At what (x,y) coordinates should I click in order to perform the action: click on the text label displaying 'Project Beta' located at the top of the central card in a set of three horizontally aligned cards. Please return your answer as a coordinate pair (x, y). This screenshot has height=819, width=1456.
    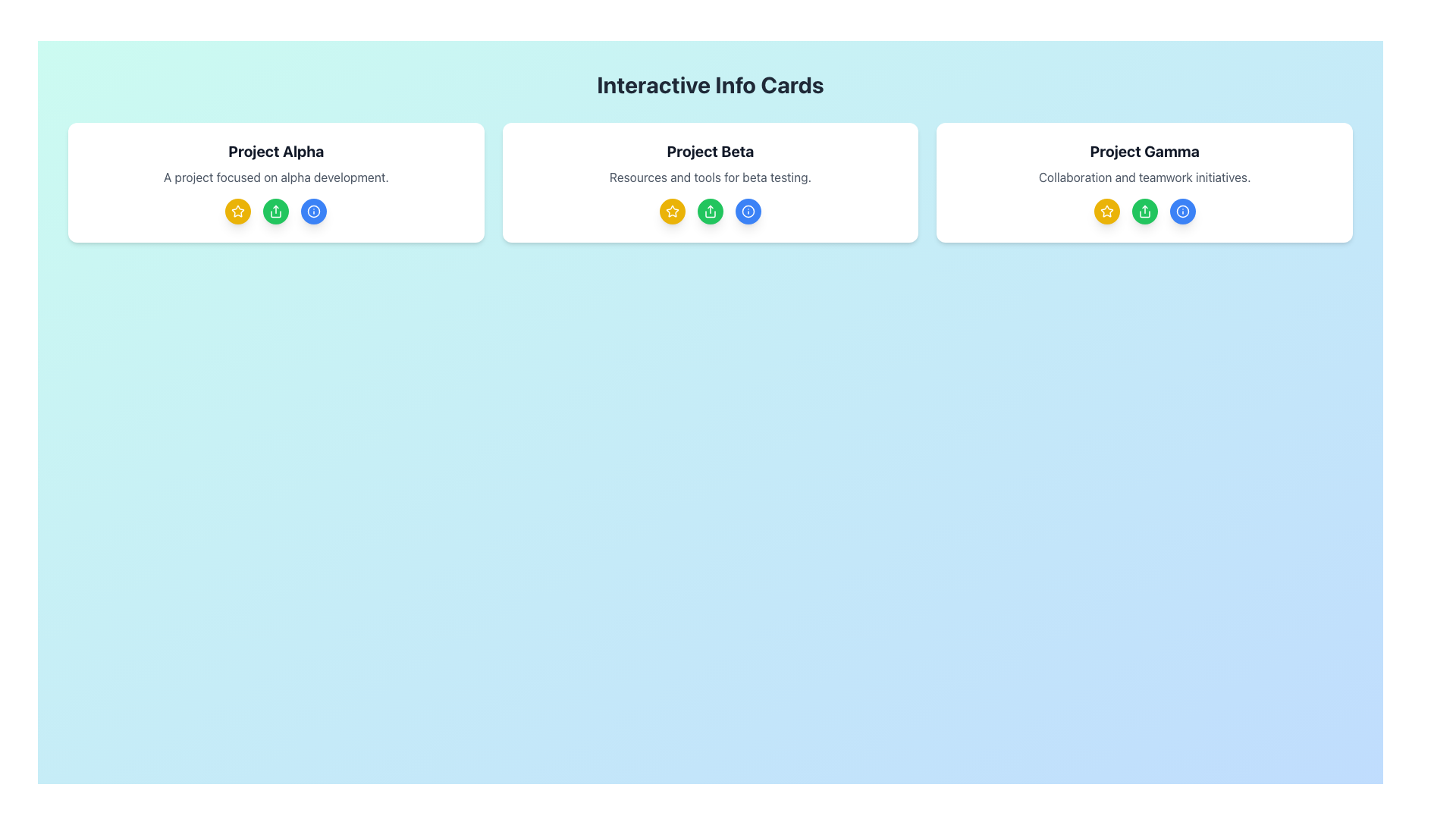
    Looking at the image, I should click on (709, 152).